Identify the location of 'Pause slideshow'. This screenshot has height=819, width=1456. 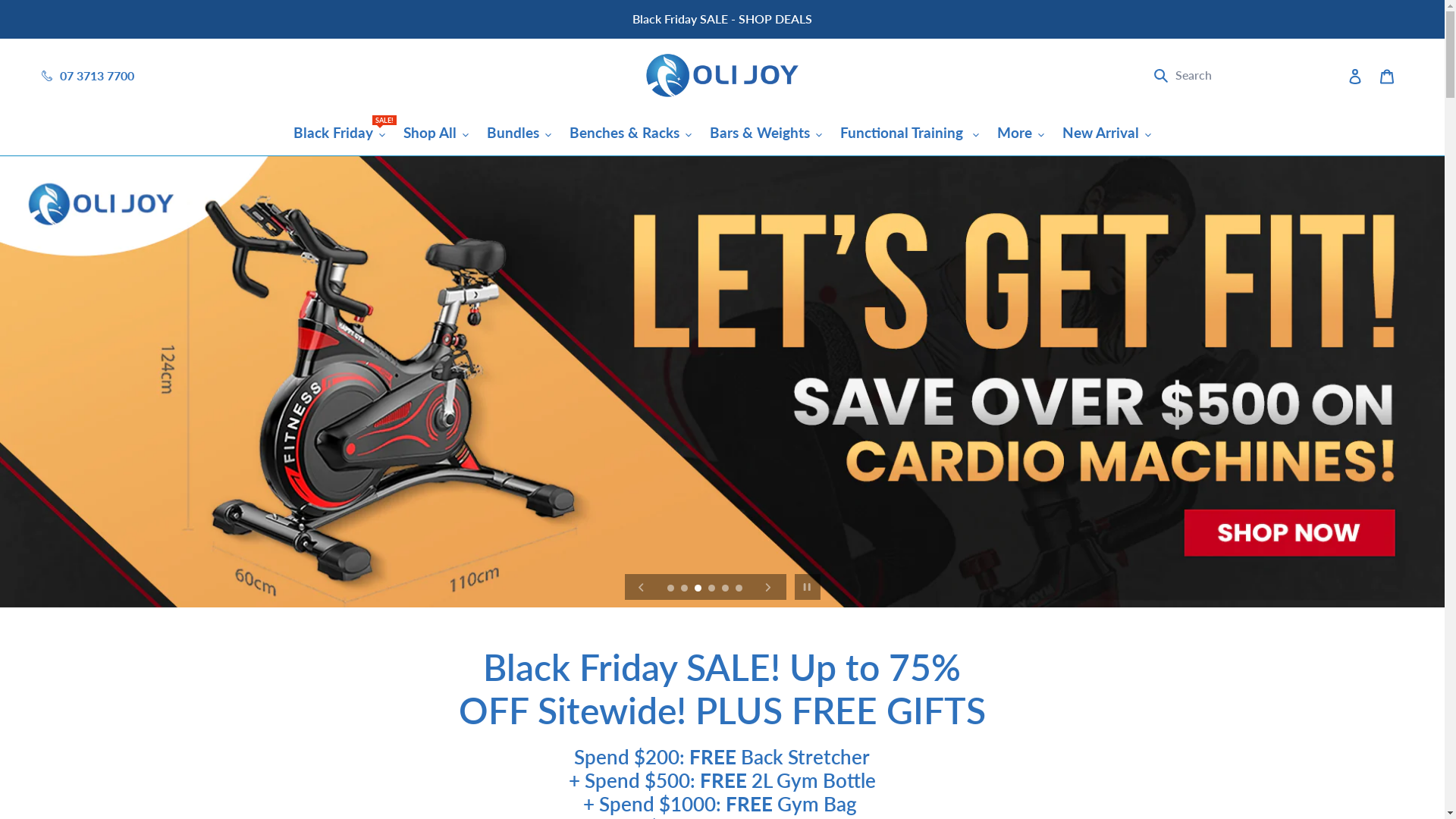
(806, 586).